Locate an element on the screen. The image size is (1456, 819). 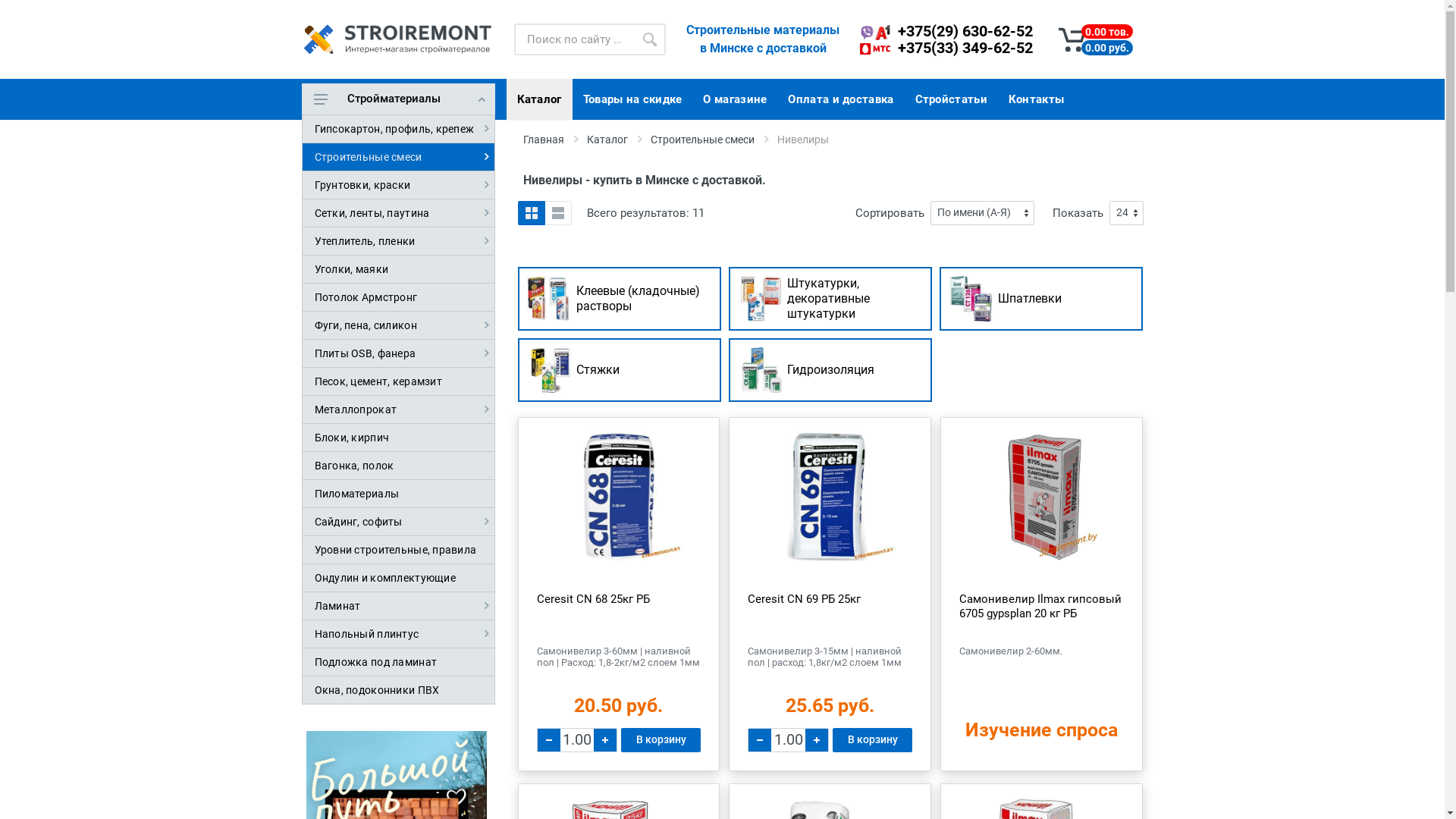
'+375(33) 349-62-52' is located at coordinates (964, 46).